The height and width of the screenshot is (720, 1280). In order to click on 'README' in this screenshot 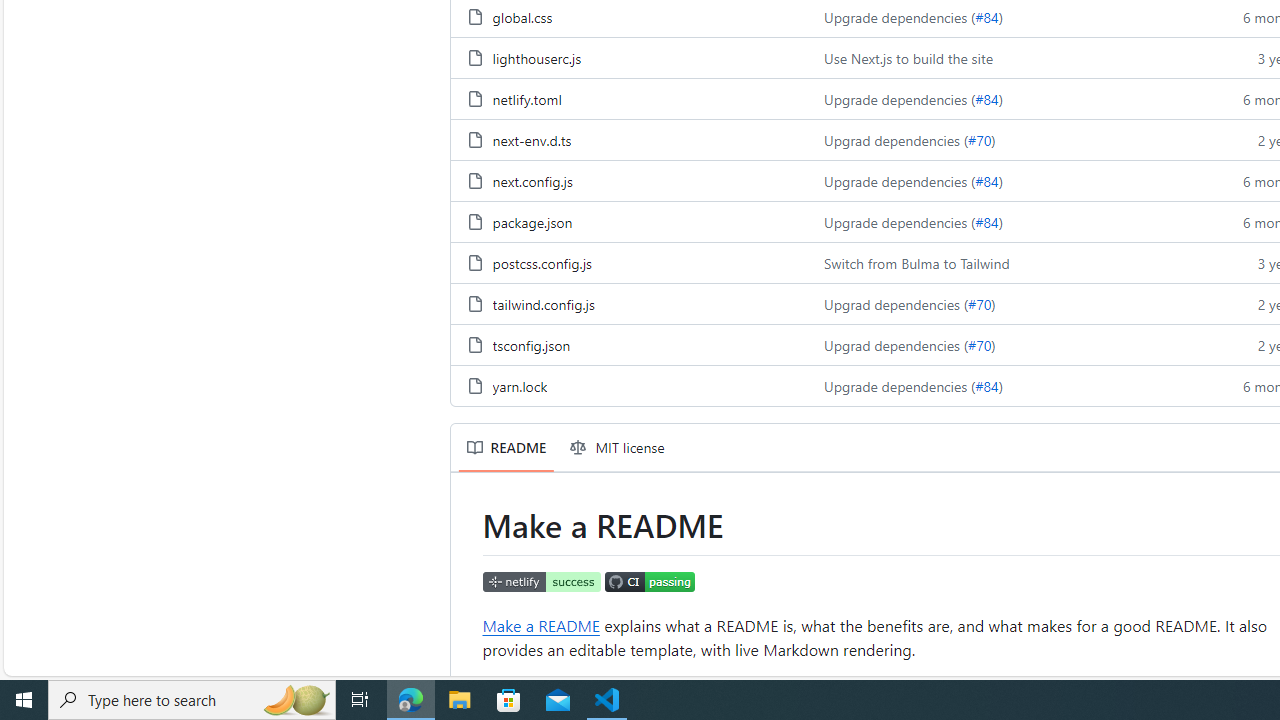, I will do `click(506, 446)`.